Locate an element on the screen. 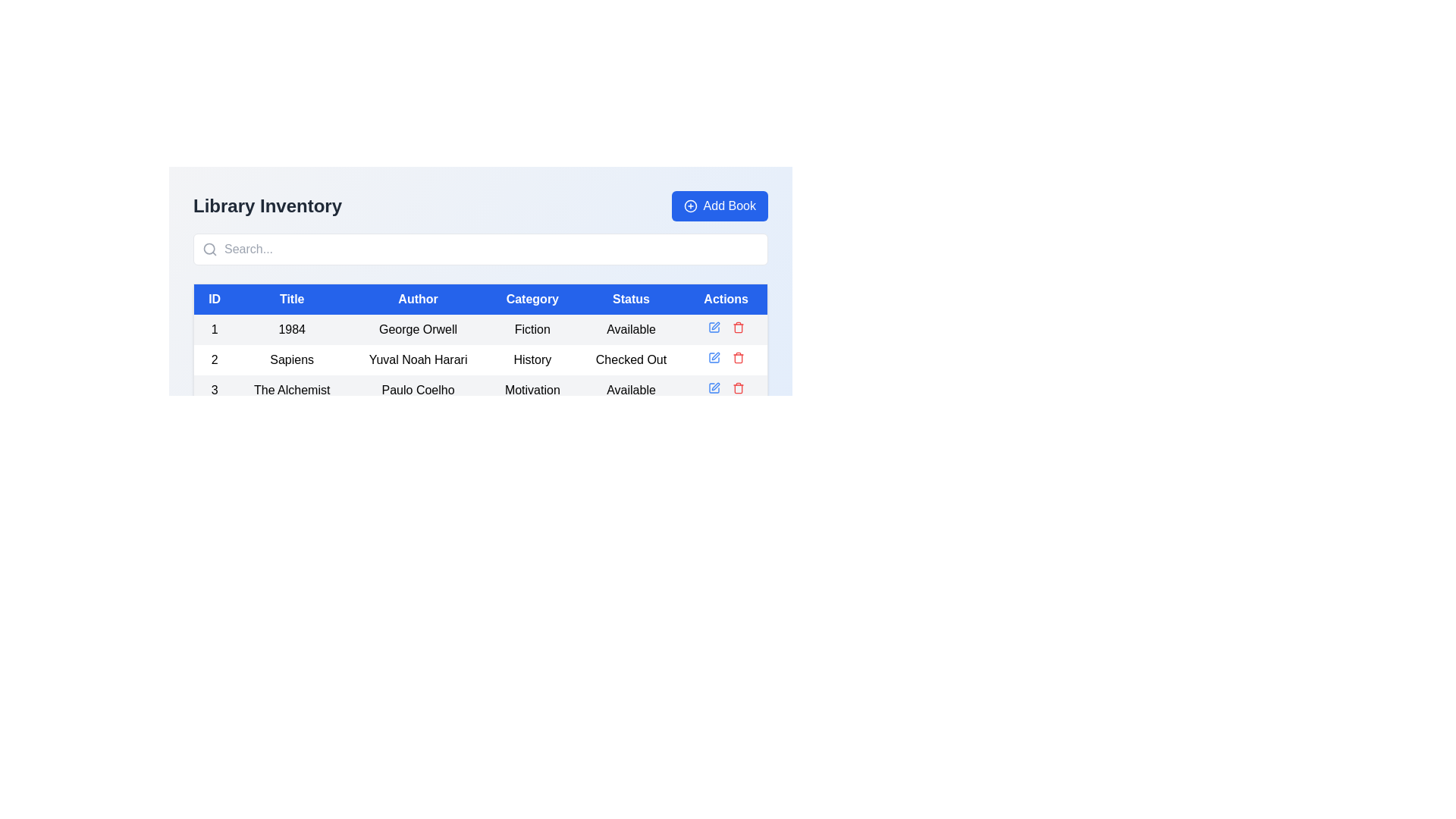 This screenshot has width=1456, height=819. the red trash icon in the Action Button Group located in the last column of the table, second row, corresponding to the book 'Sapiens' is located at coordinates (725, 359).